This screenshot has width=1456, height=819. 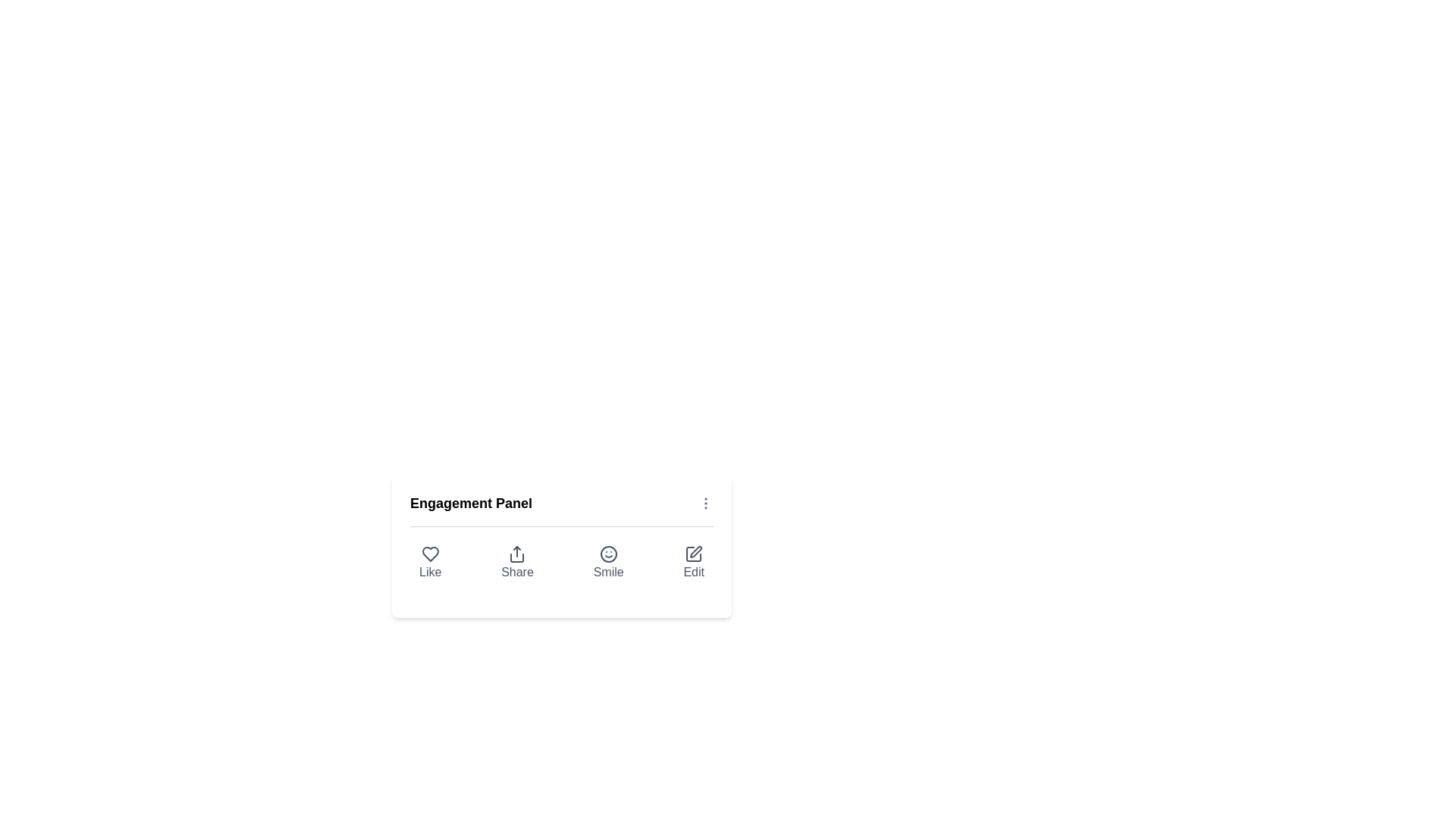 What do you see at coordinates (608, 563) in the screenshot?
I see `the smile reaction button located in the engagement panel, which is the third button from the left, to change its color` at bounding box center [608, 563].